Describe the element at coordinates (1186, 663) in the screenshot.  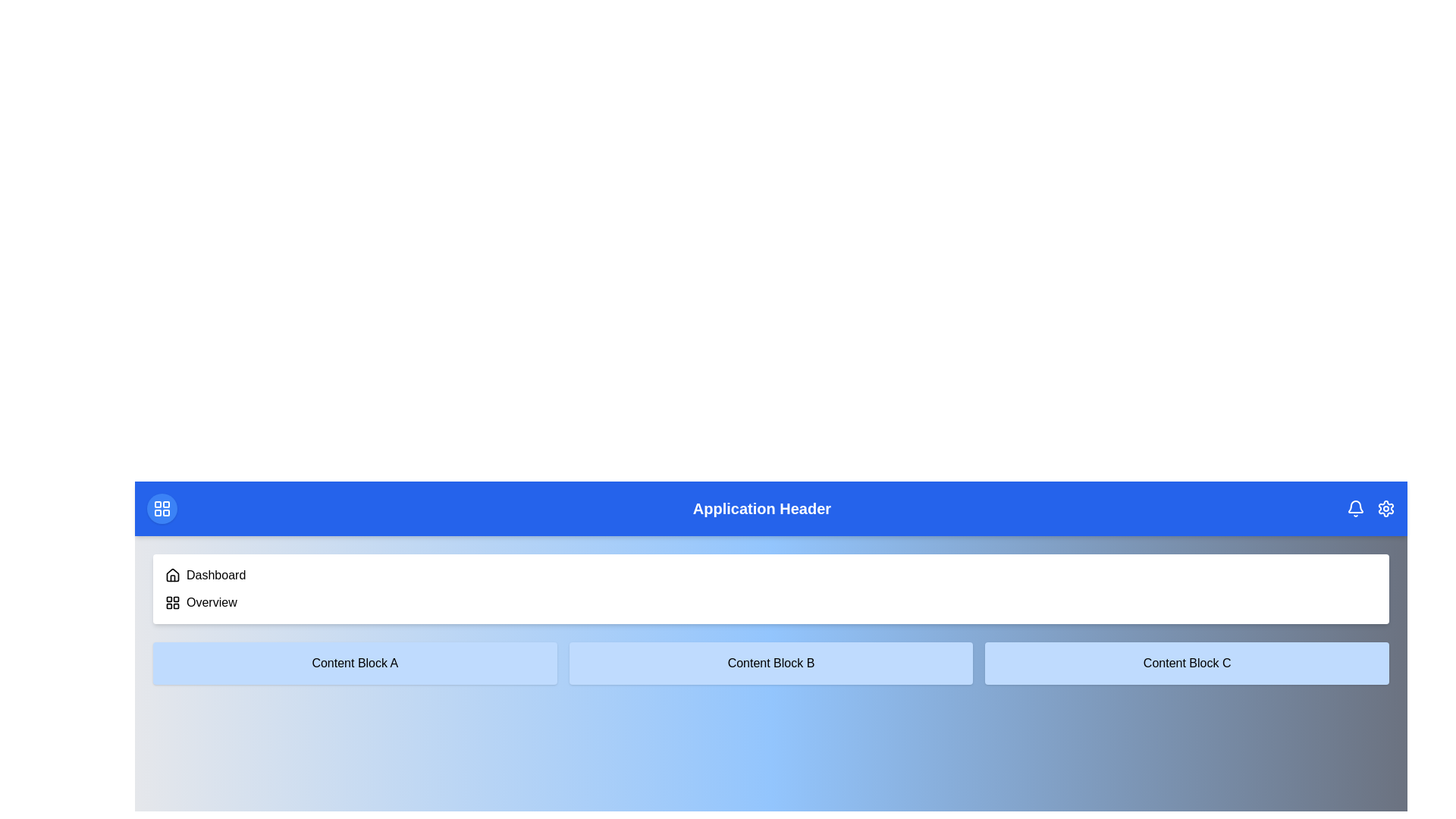
I see `the 'Content Block C' area` at that location.